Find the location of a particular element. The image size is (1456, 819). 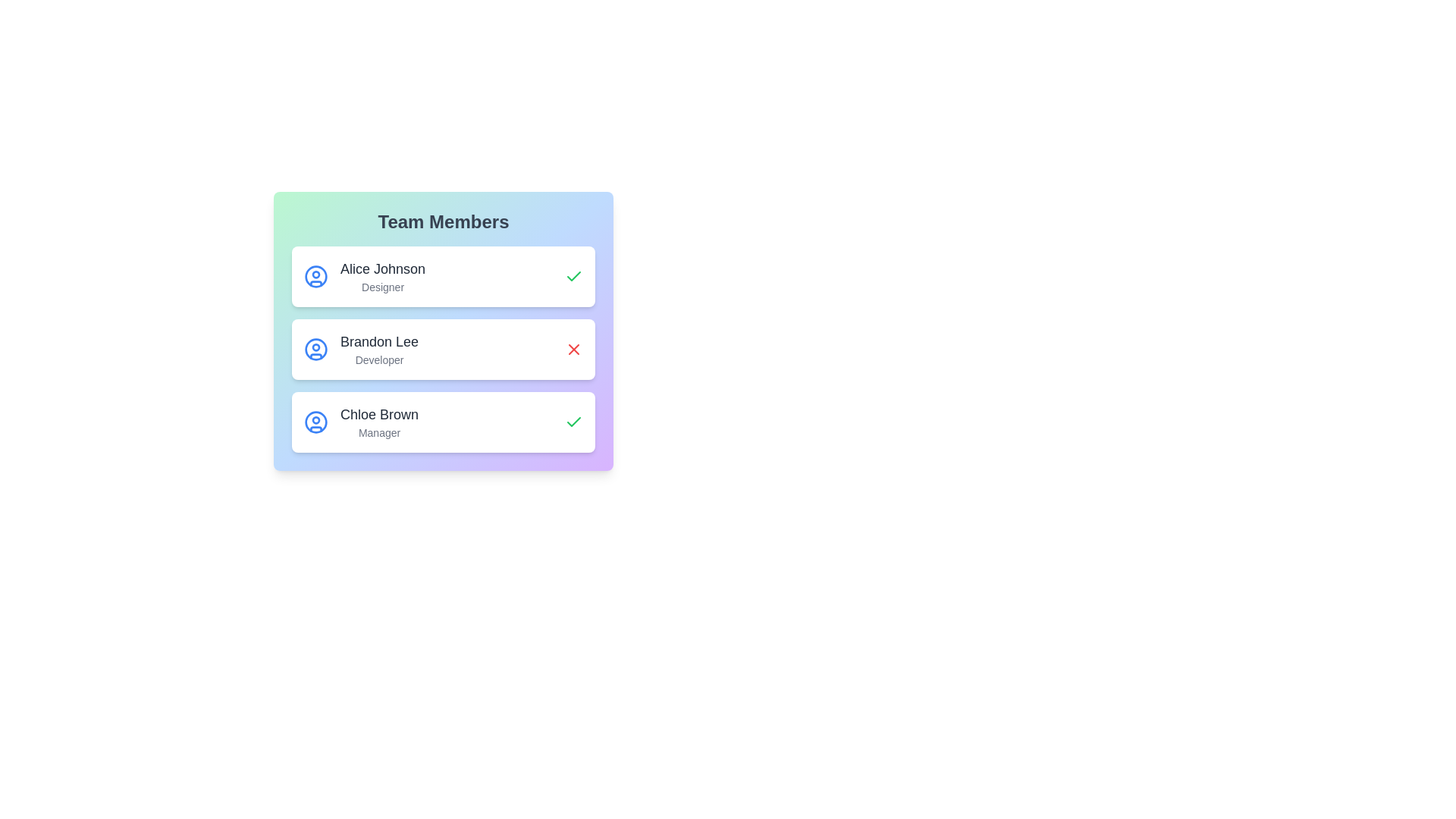

the profile item corresponding to Chloe Brown is located at coordinates (443, 422).